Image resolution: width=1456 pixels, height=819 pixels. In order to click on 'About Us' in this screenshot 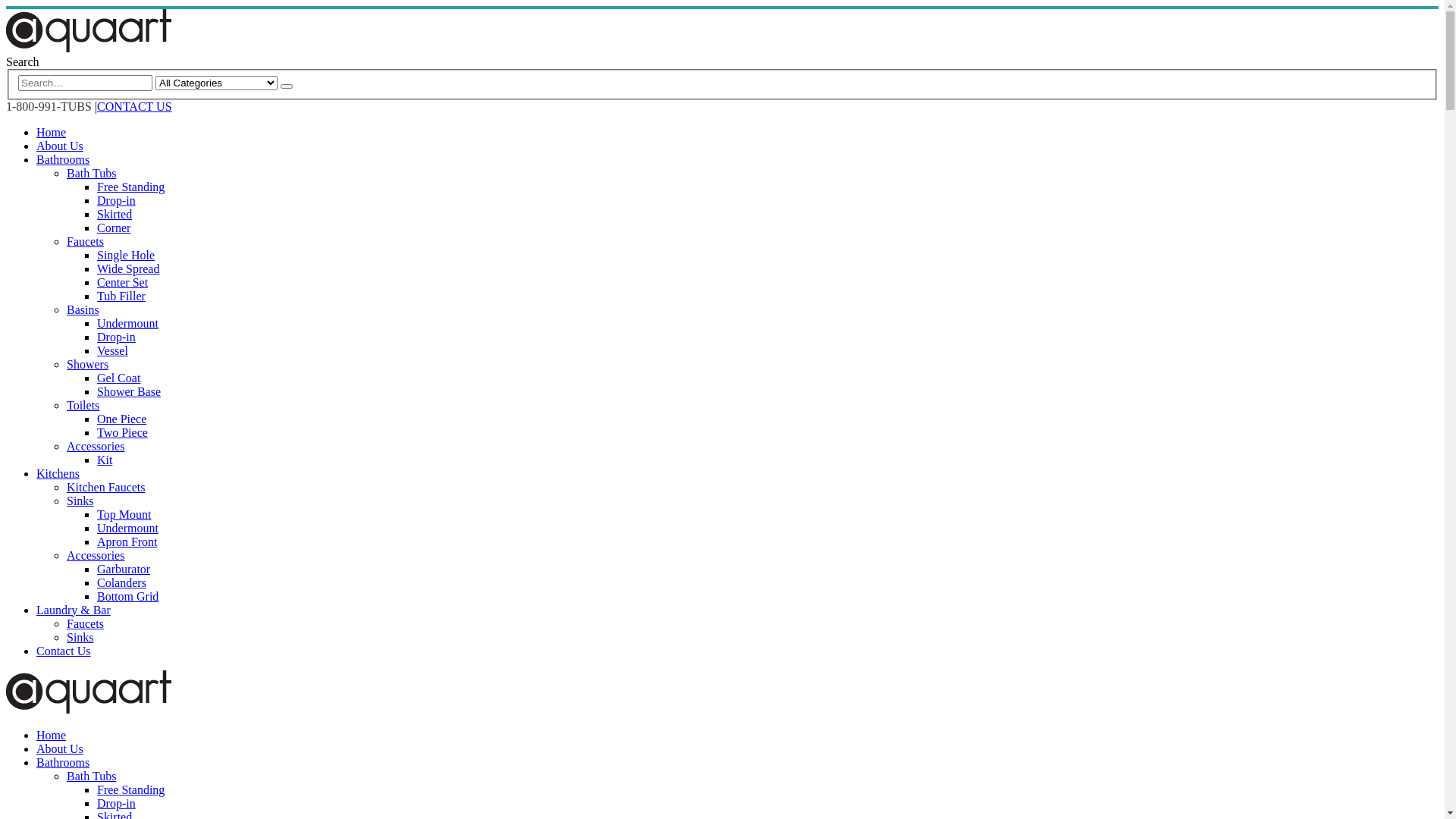, I will do `click(36, 146)`.